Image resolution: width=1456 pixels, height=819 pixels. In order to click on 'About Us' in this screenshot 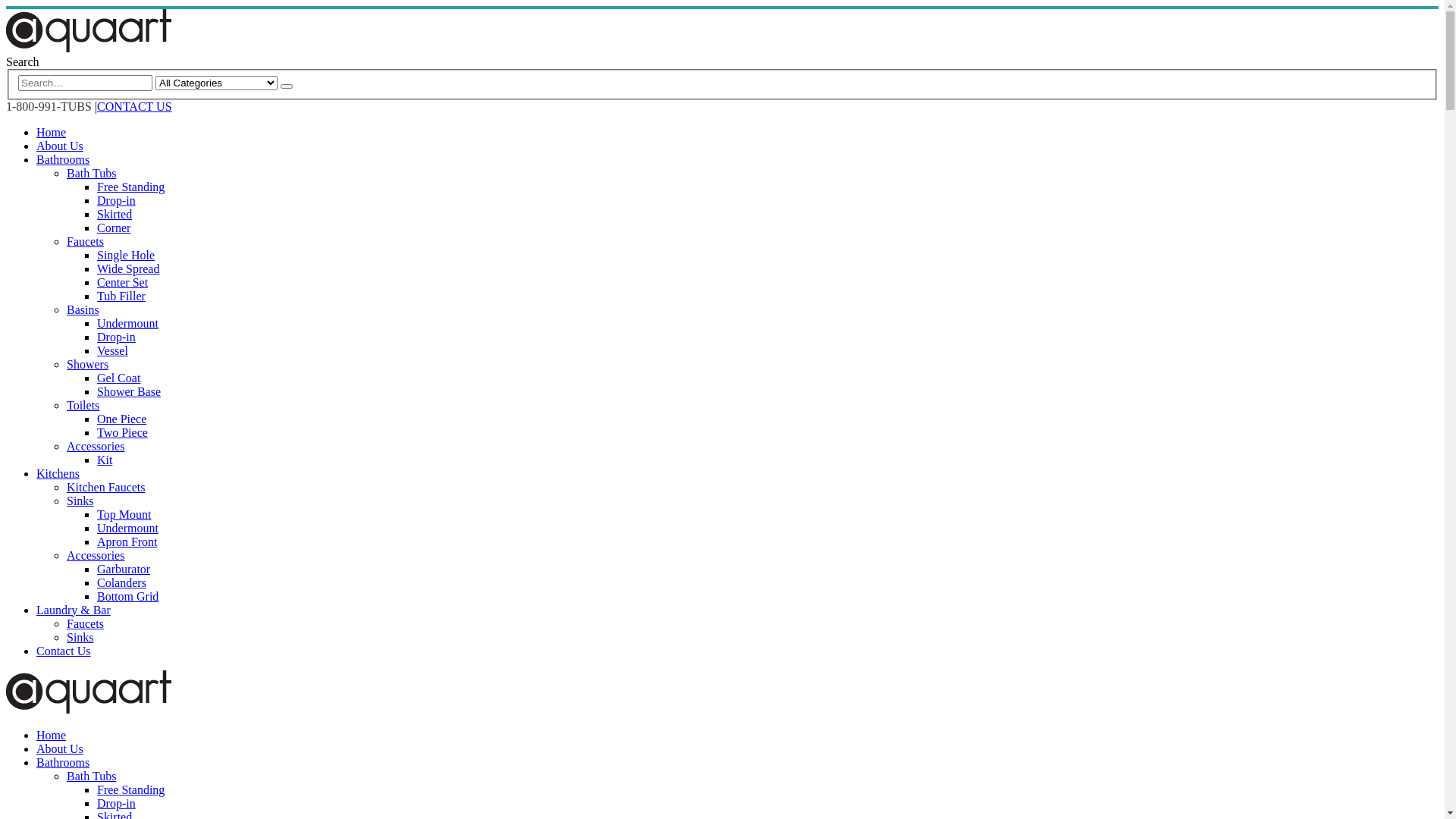, I will do `click(36, 146)`.